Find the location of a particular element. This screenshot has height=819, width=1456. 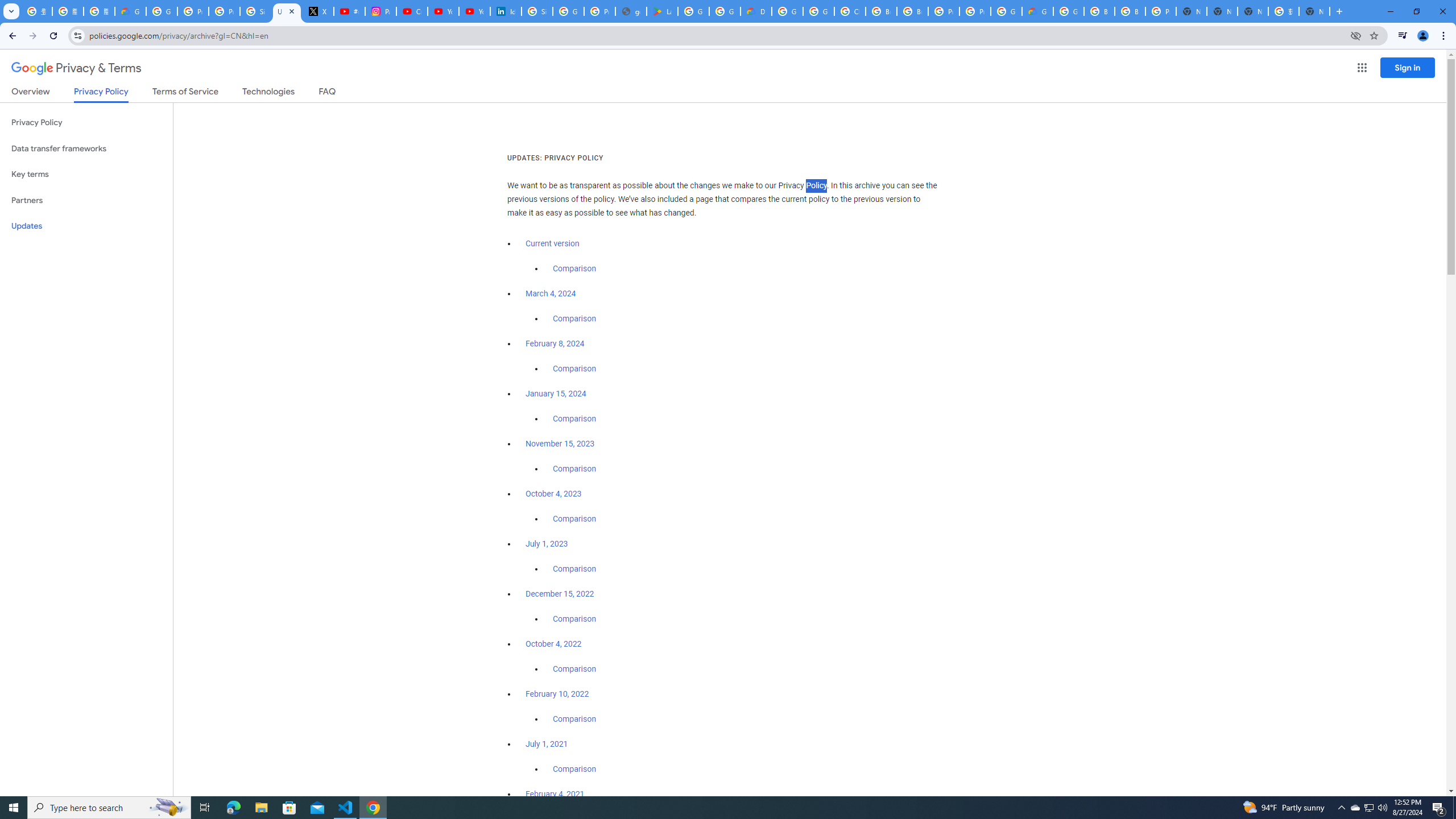

'Google Workspace - Specific Terms' is located at coordinates (724, 11).